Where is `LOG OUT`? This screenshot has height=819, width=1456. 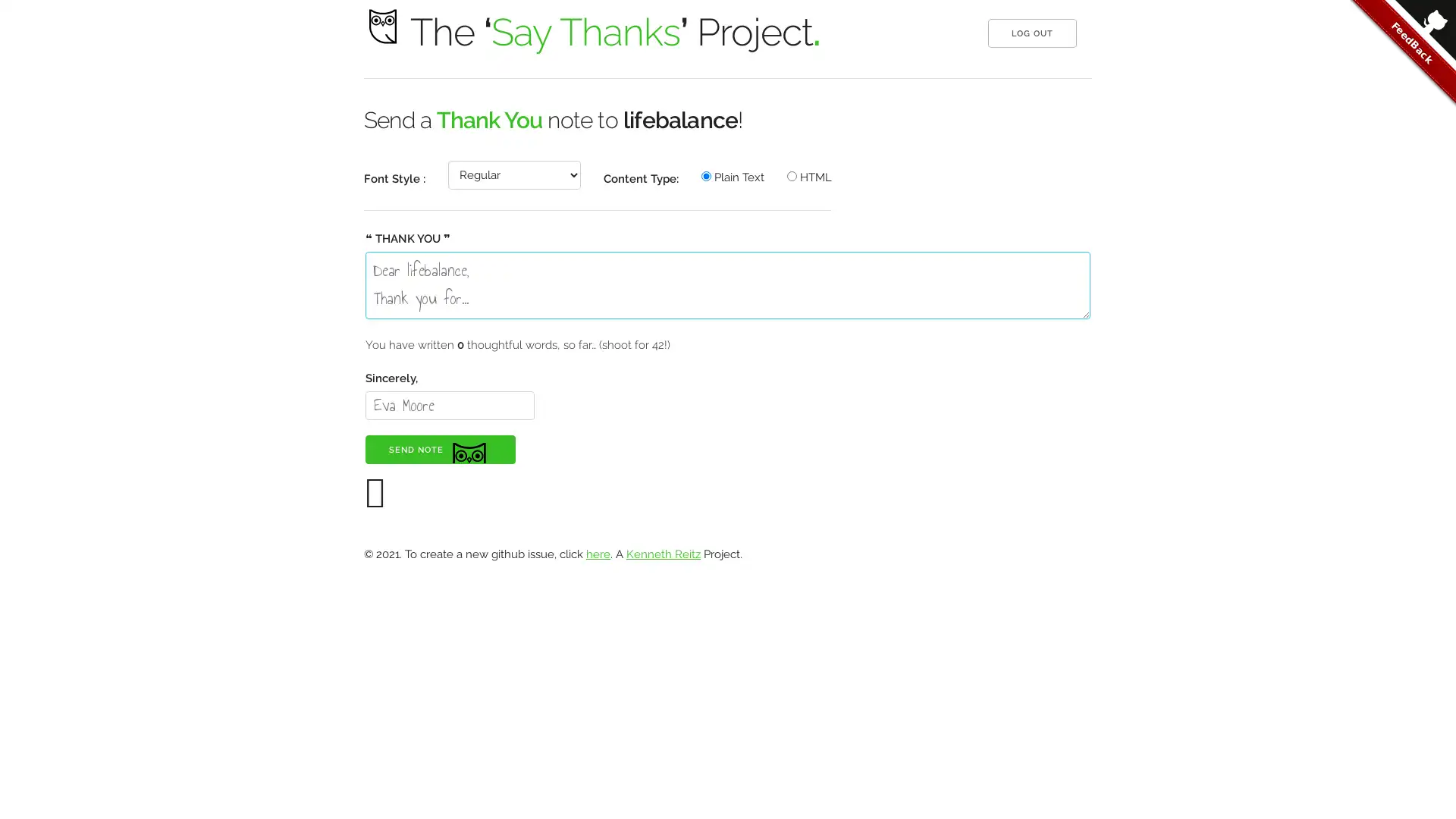
LOG OUT is located at coordinates (1031, 33).